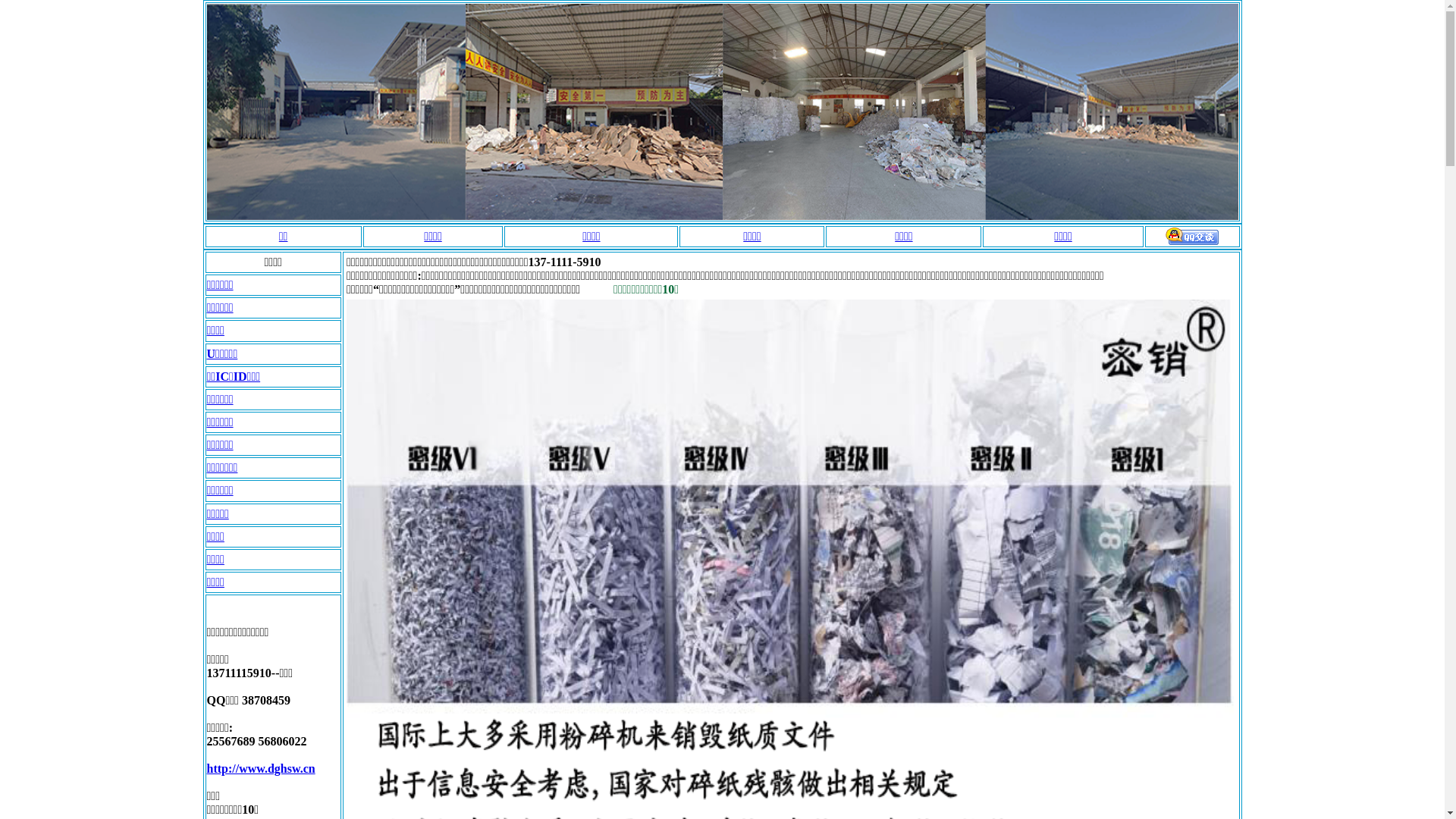 Image resolution: width=1456 pixels, height=819 pixels. What do you see at coordinates (206, 768) in the screenshot?
I see `'http://www.dghsw.cn'` at bounding box center [206, 768].